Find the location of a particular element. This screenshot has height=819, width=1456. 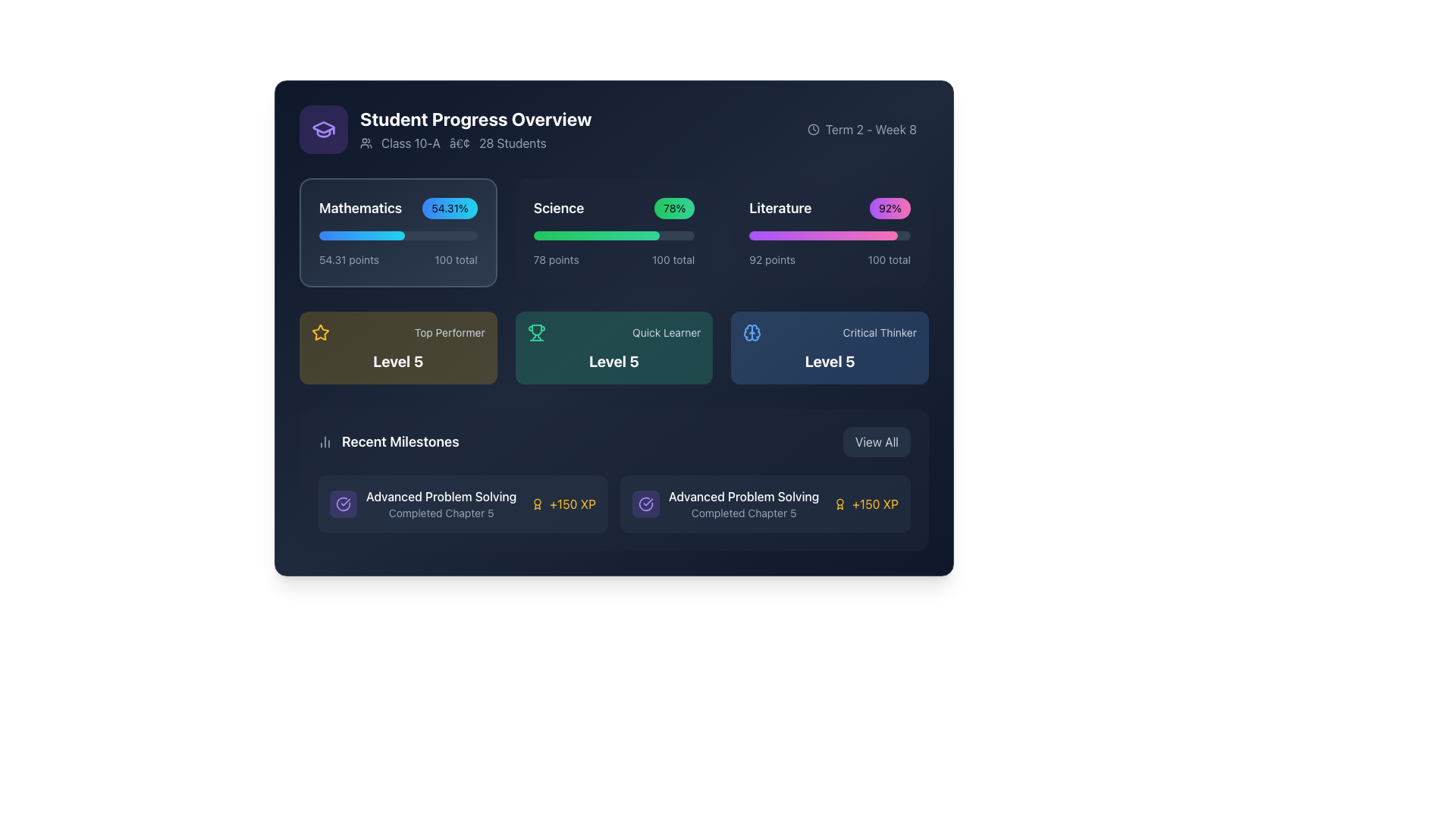

the text label displaying '92 points' in light gray font, located beneath the 'Literature' heading and its progress bar is located at coordinates (772, 259).